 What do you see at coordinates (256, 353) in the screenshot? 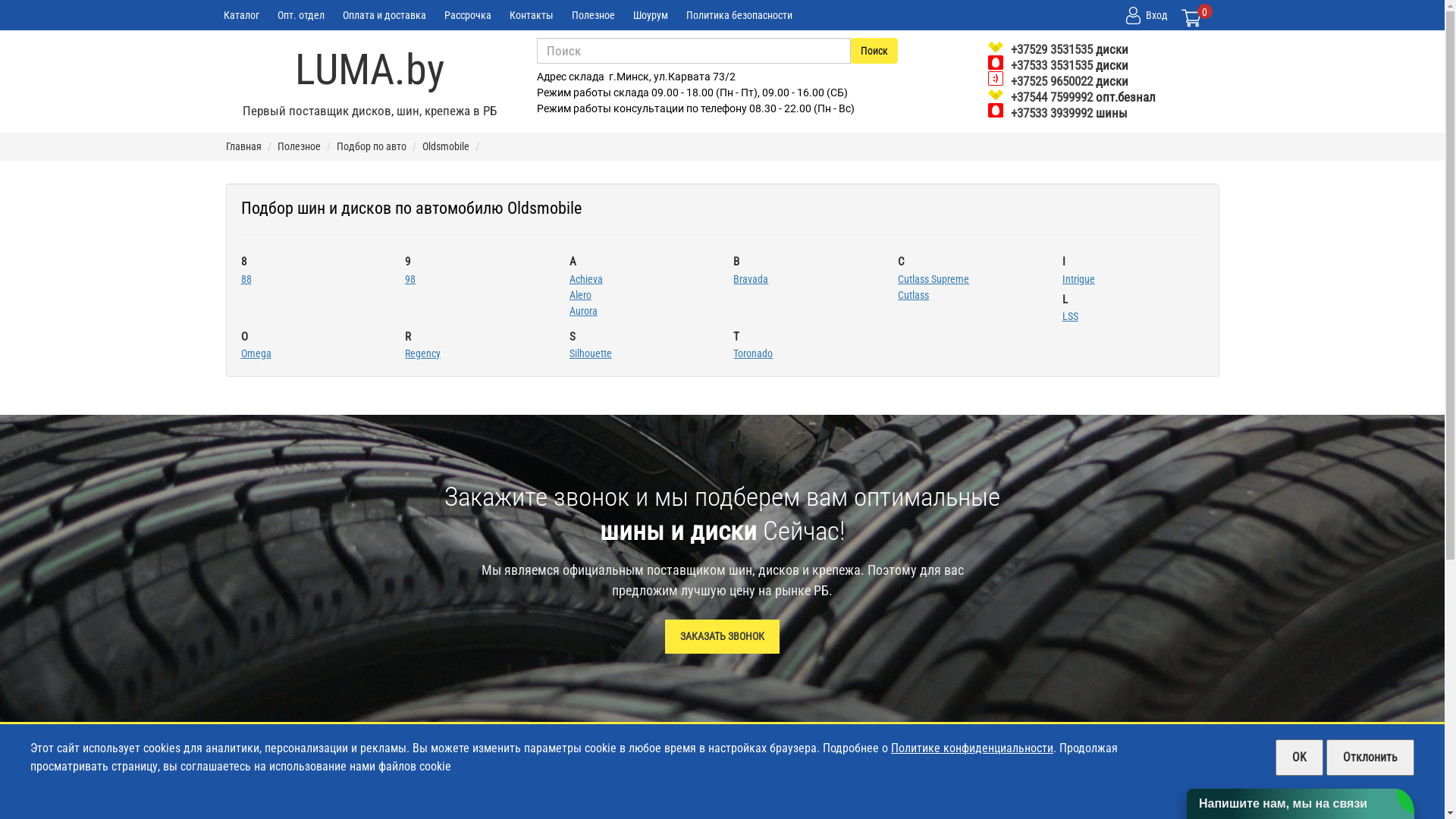
I see `'Omega'` at bounding box center [256, 353].